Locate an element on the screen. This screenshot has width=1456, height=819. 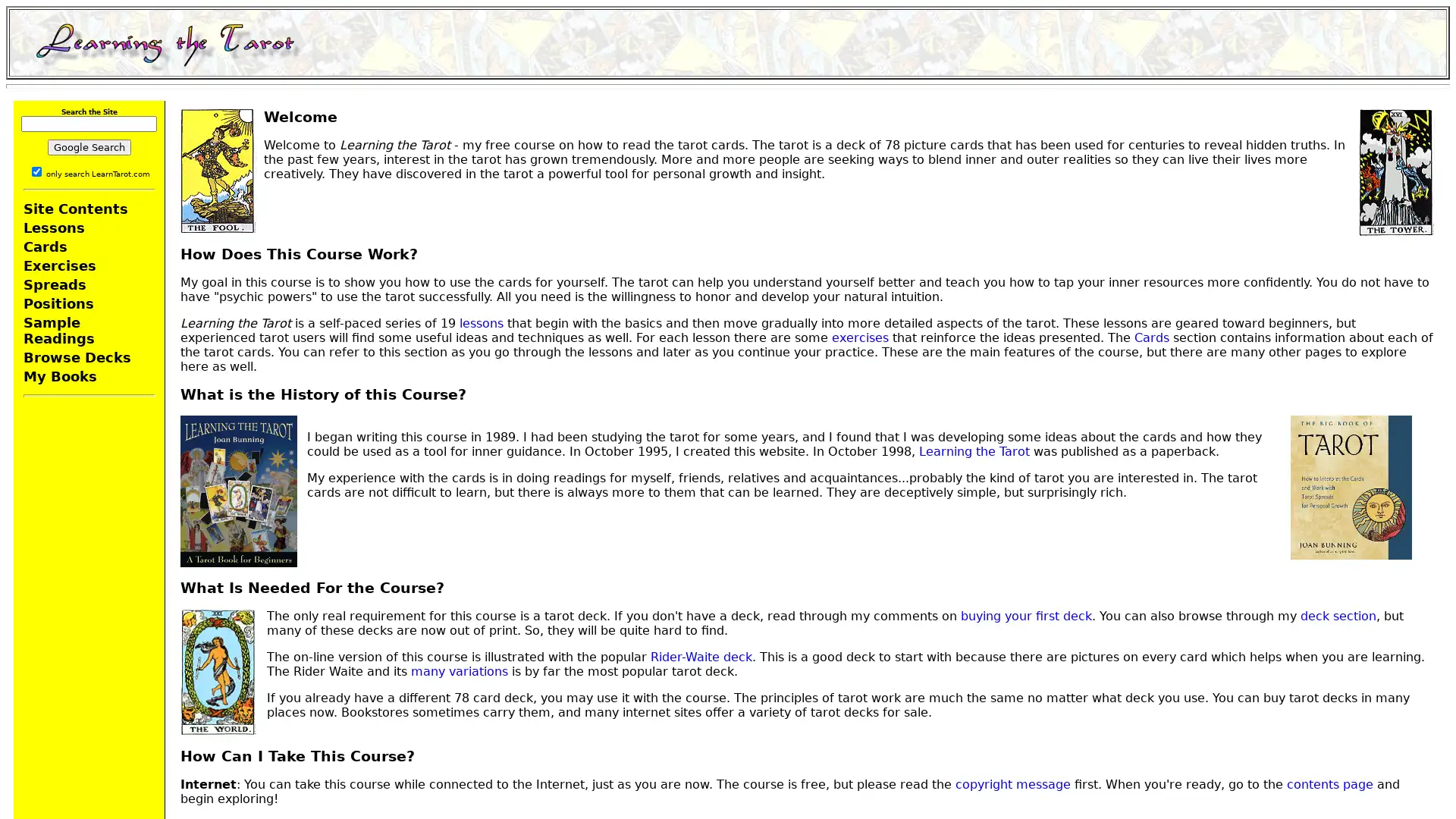
Google Search is located at coordinates (87, 147).